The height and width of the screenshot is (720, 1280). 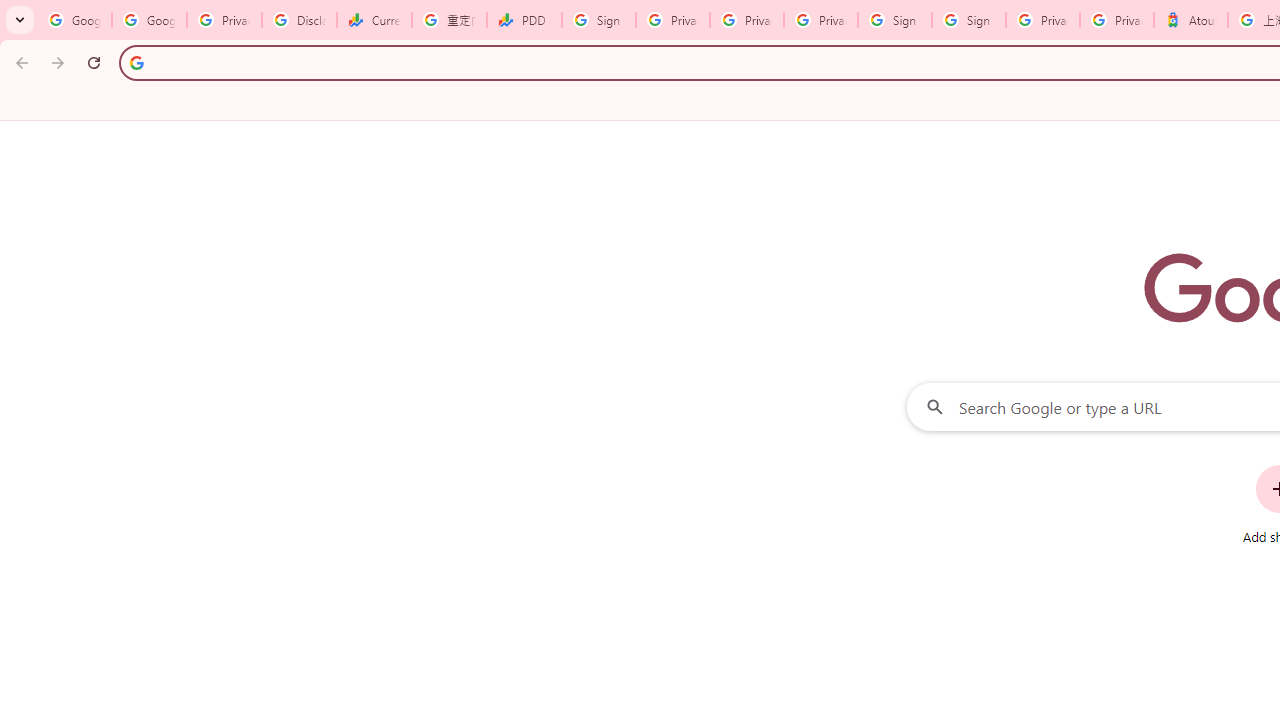 I want to click on 'Atour Hotel - Google hotels', so click(x=1191, y=20).